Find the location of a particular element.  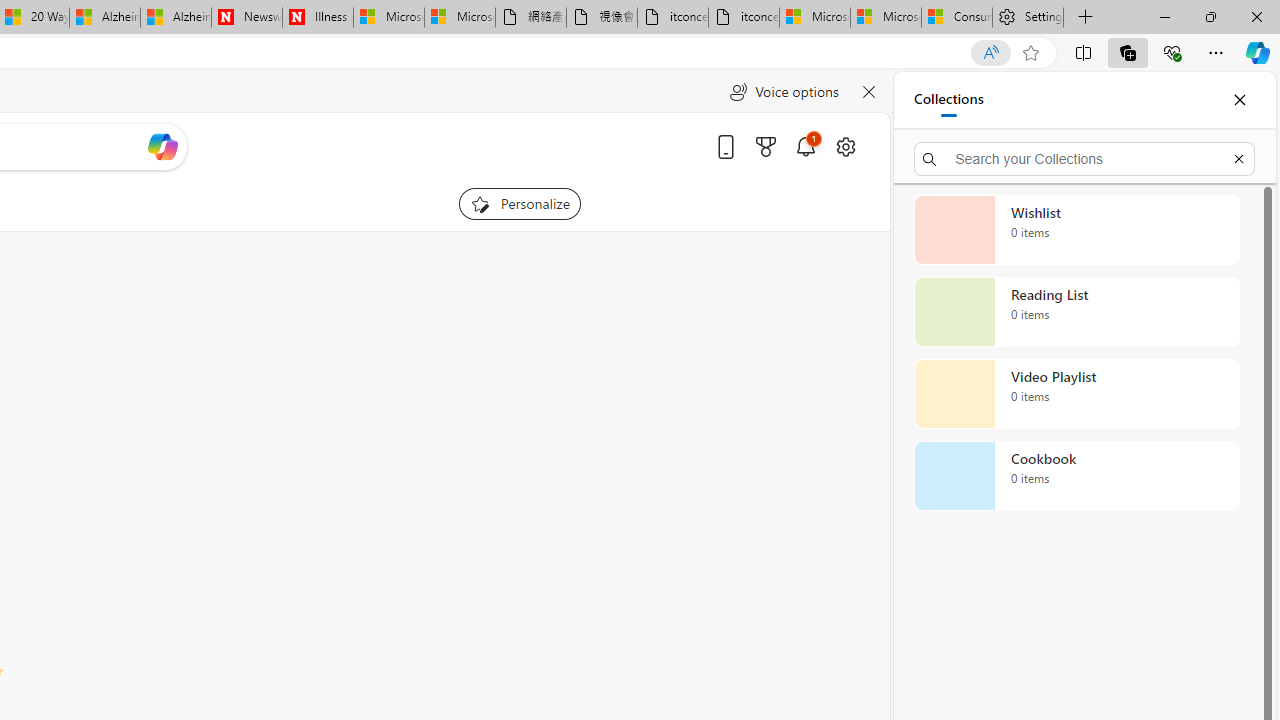

'Wishlist collection, 0 items' is located at coordinates (1076, 229).